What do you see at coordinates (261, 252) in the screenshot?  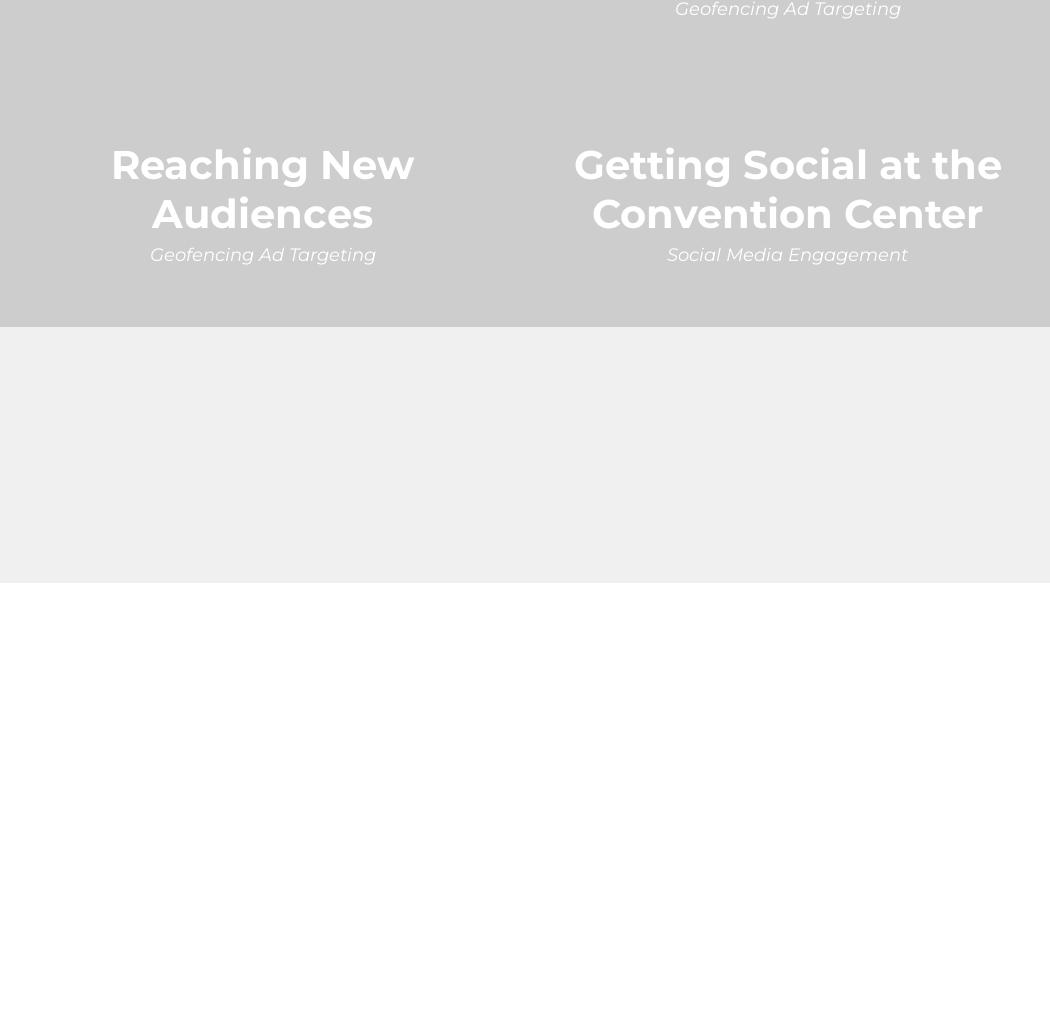 I see `'Geofencing Ad Targeting'` at bounding box center [261, 252].